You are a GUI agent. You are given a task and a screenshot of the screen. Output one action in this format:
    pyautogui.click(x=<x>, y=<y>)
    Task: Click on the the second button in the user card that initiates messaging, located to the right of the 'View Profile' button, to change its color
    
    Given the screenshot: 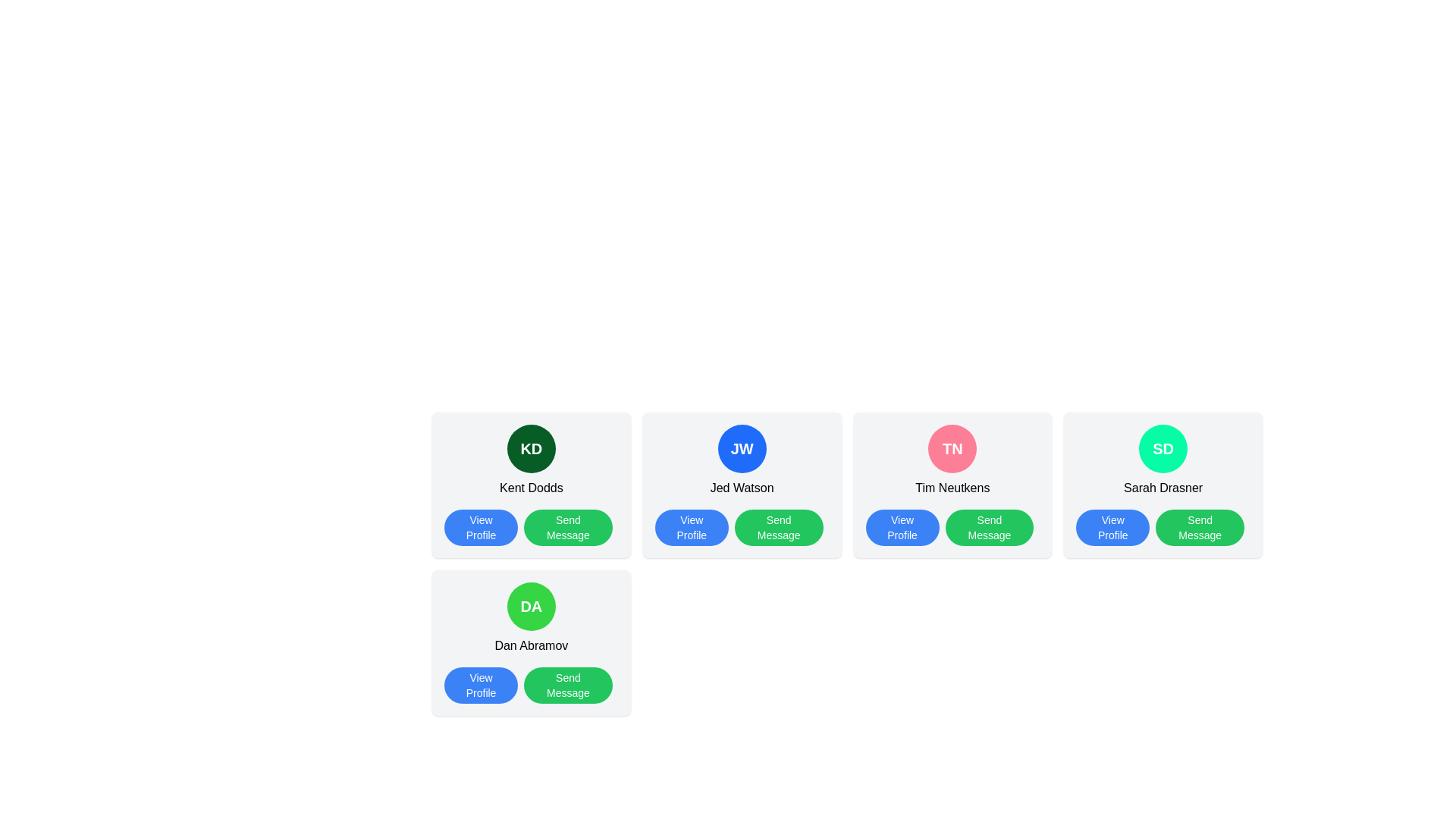 What is the action you would take?
    pyautogui.click(x=1199, y=526)
    